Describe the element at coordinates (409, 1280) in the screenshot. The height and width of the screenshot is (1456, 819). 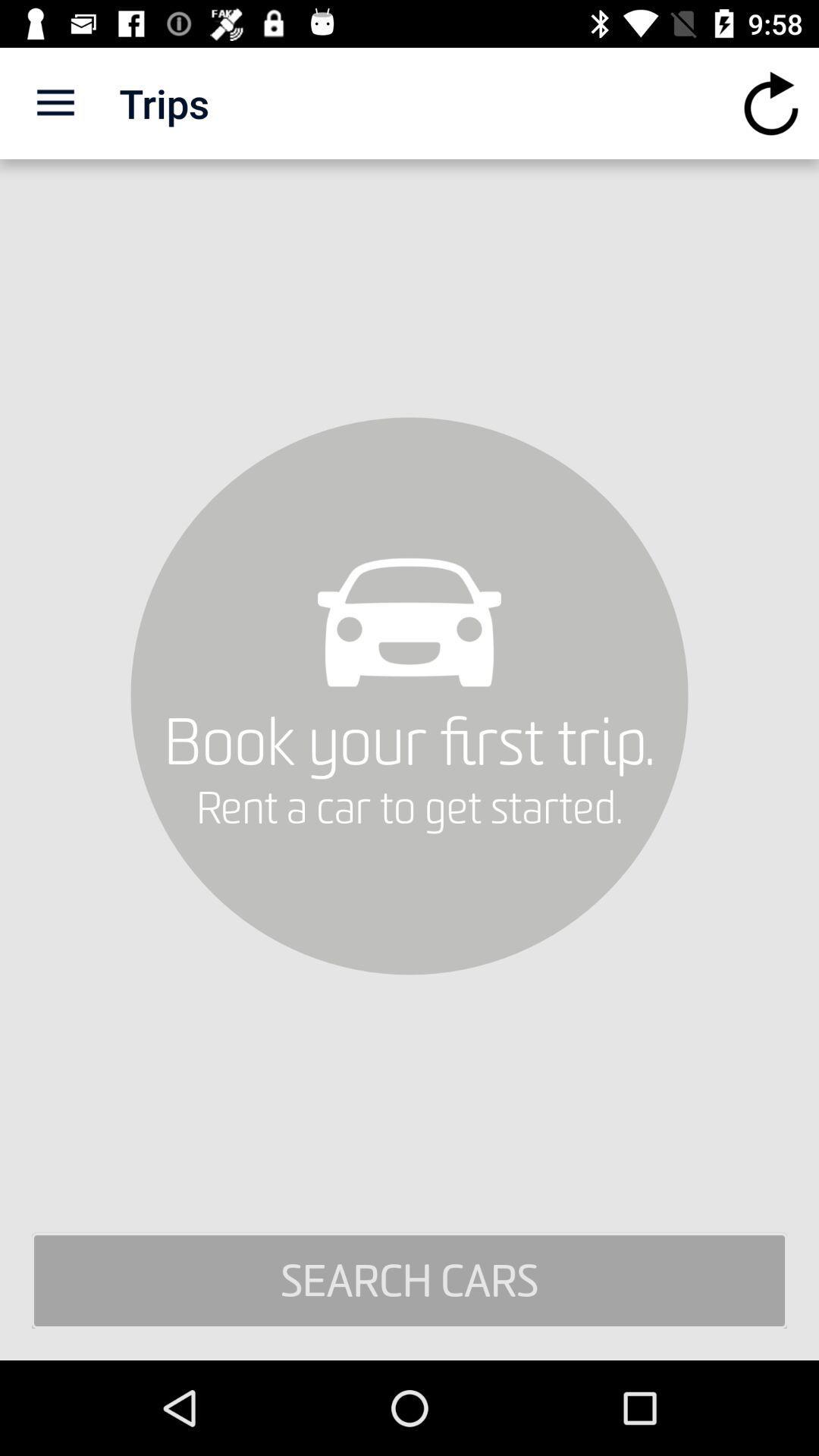
I see `item below the book your first item` at that location.